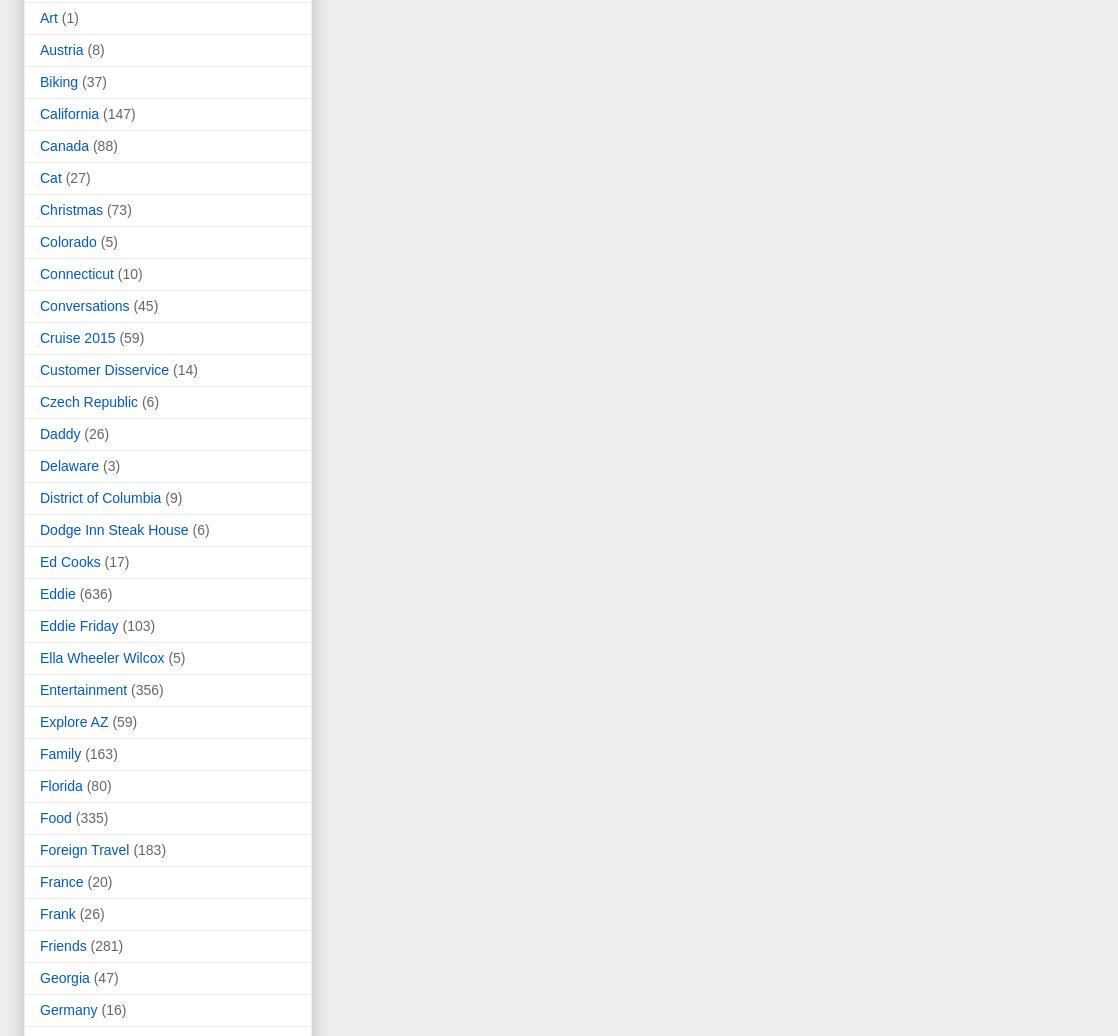 Image resolution: width=1118 pixels, height=1036 pixels. What do you see at coordinates (95, 50) in the screenshot?
I see `'(8)'` at bounding box center [95, 50].